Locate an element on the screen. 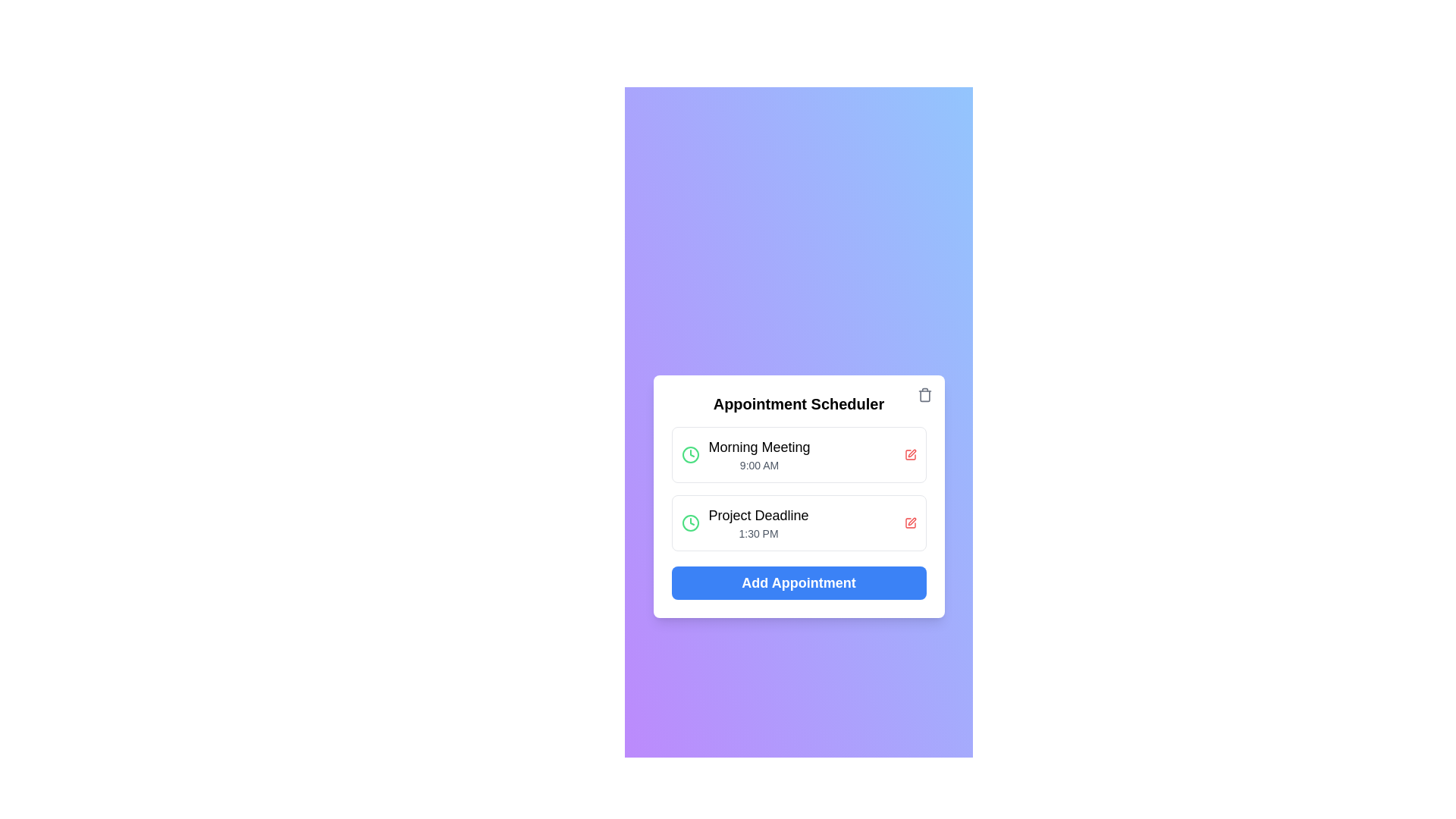  the edit button for the 'Project Deadline' task entry to initiate the edit action is located at coordinates (910, 522).